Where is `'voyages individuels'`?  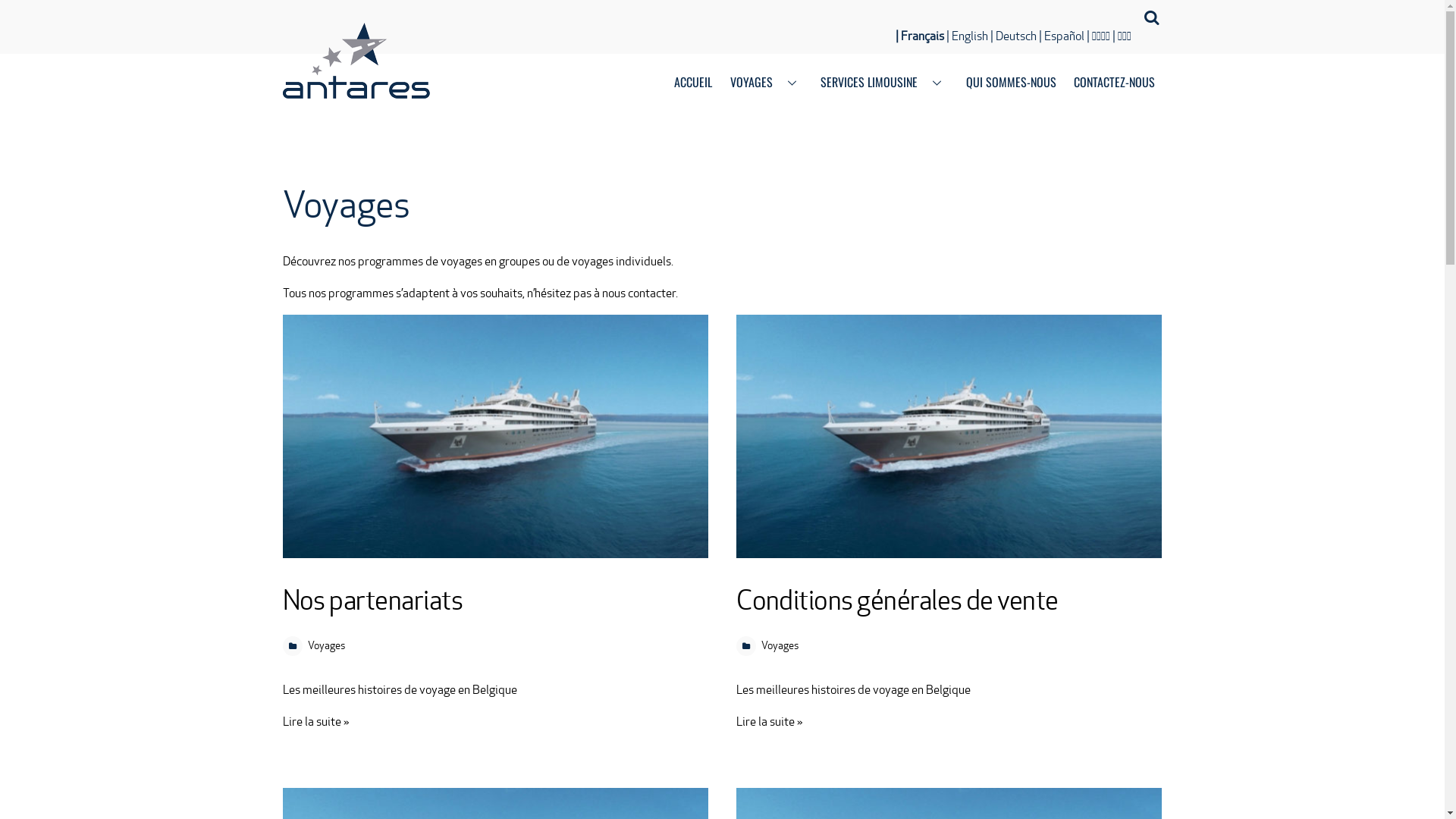 'voyages individuels' is located at coordinates (621, 260).